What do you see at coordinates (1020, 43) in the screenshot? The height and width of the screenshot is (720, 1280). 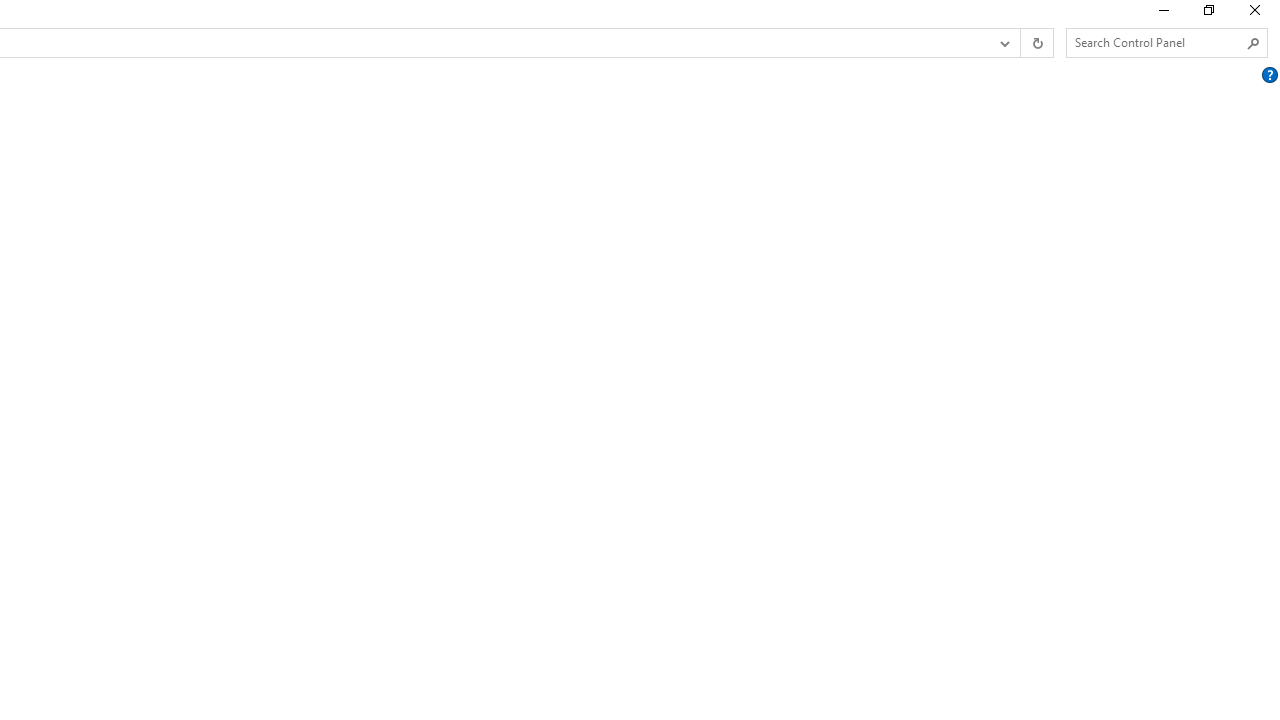 I see `'Address band toolbar'` at bounding box center [1020, 43].